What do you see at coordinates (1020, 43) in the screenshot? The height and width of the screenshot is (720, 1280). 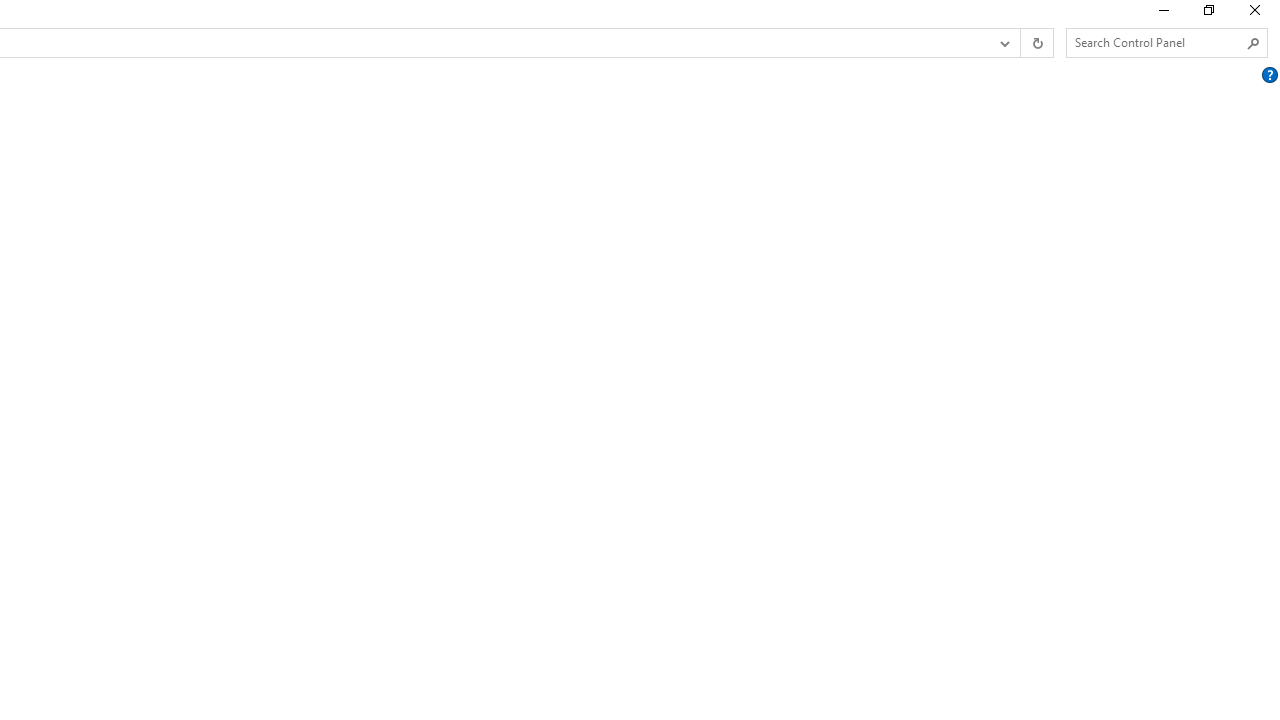 I see `'Address band toolbar'` at bounding box center [1020, 43].